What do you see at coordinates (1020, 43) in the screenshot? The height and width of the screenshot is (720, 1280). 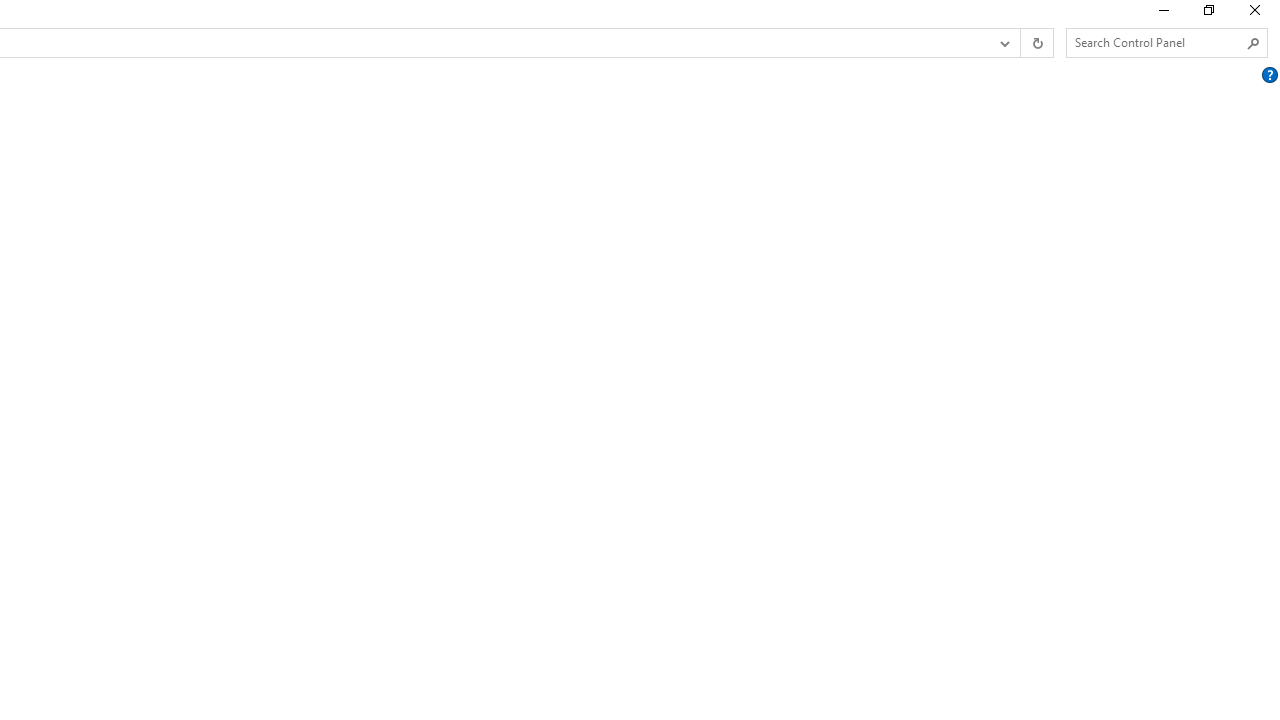 I see `'Address band toolbar'` at bounding box center [1020, 43].